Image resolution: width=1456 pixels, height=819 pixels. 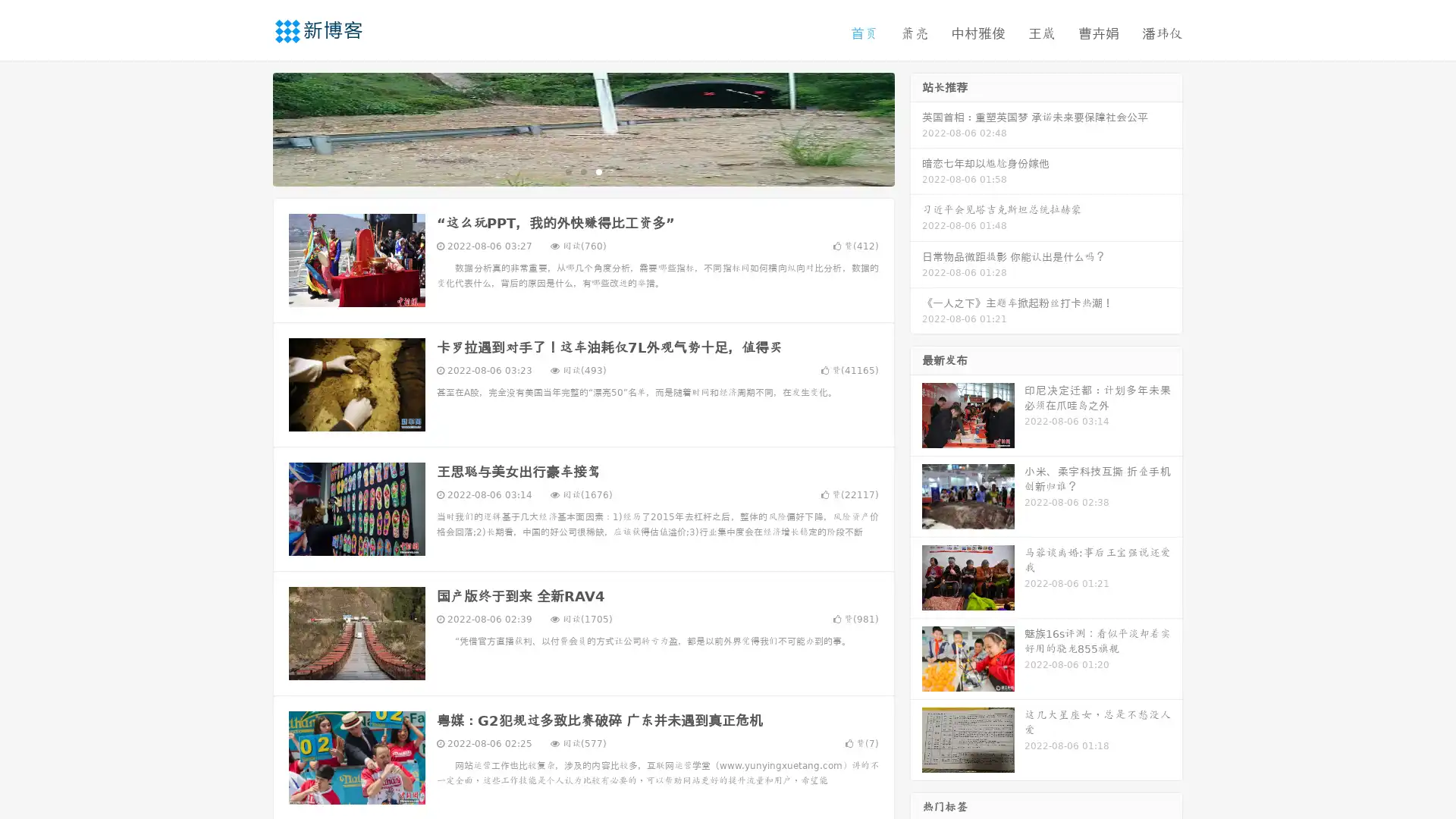 What do you see at coordinates (582, 171) in the screenshot?
I see `Go to slide 2` at bounding box center [582, 171].